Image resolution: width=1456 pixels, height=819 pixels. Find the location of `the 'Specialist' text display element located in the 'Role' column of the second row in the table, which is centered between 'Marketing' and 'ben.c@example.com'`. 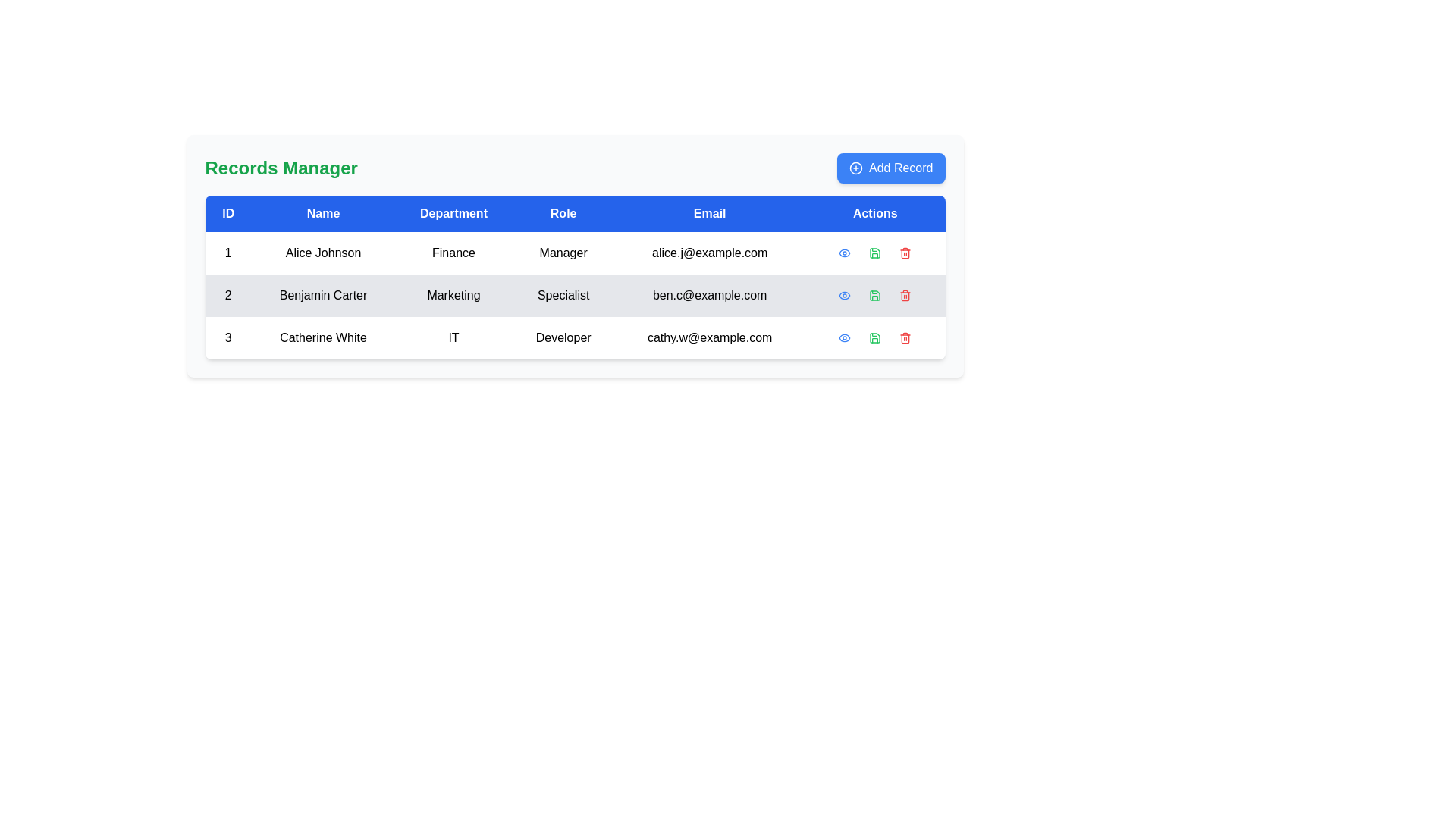

the 'Specialist' text display element located in the 'Role' column of the second row in the table, which is centered between 'Marketing' and 'ben.c@example.com' is located at coordinates (563, 295).